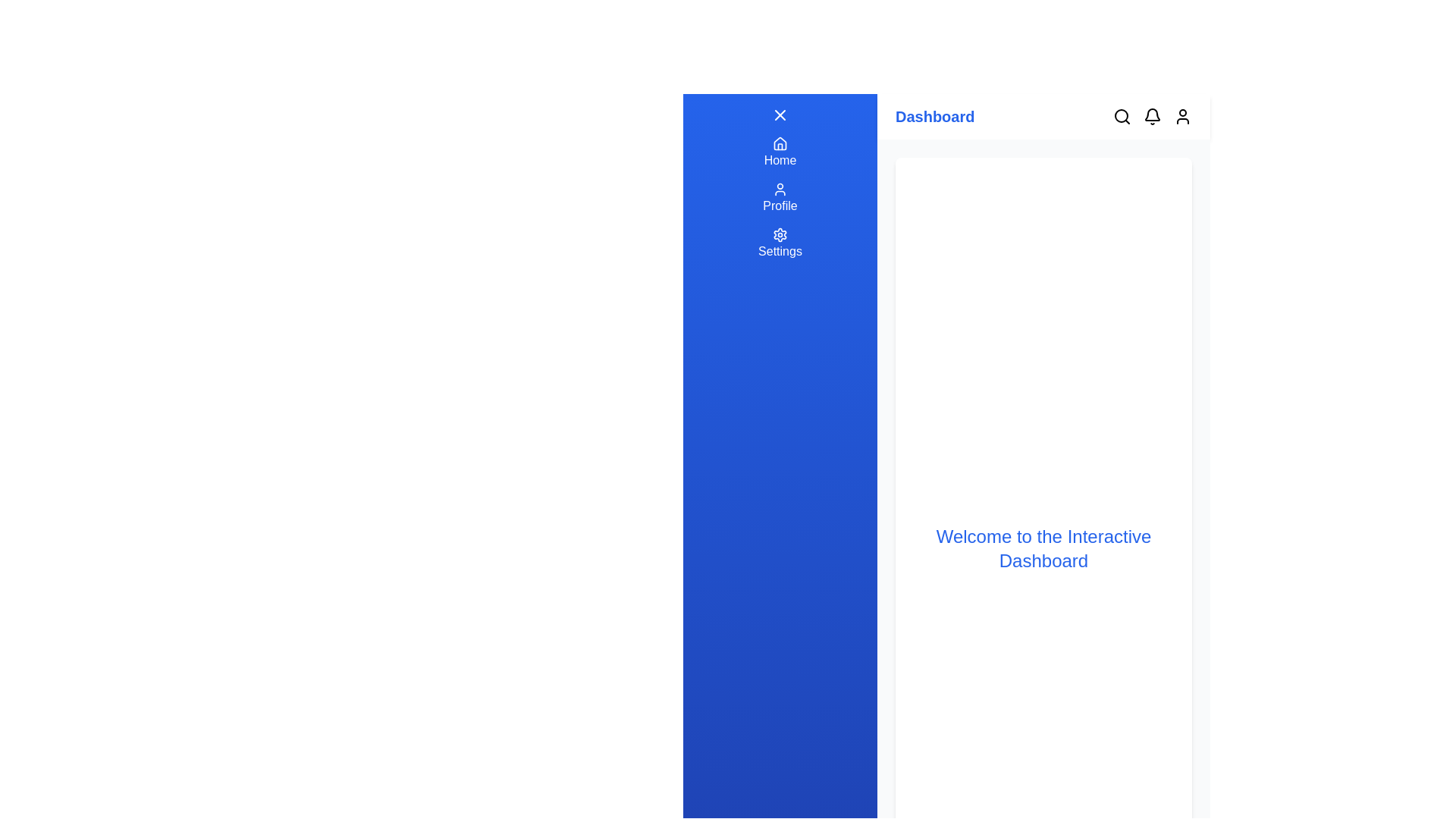 The image size is (1456, 819). Describe the element at coordinates (1153, 113) in the screenshot. I see `the notification icon` at that location.